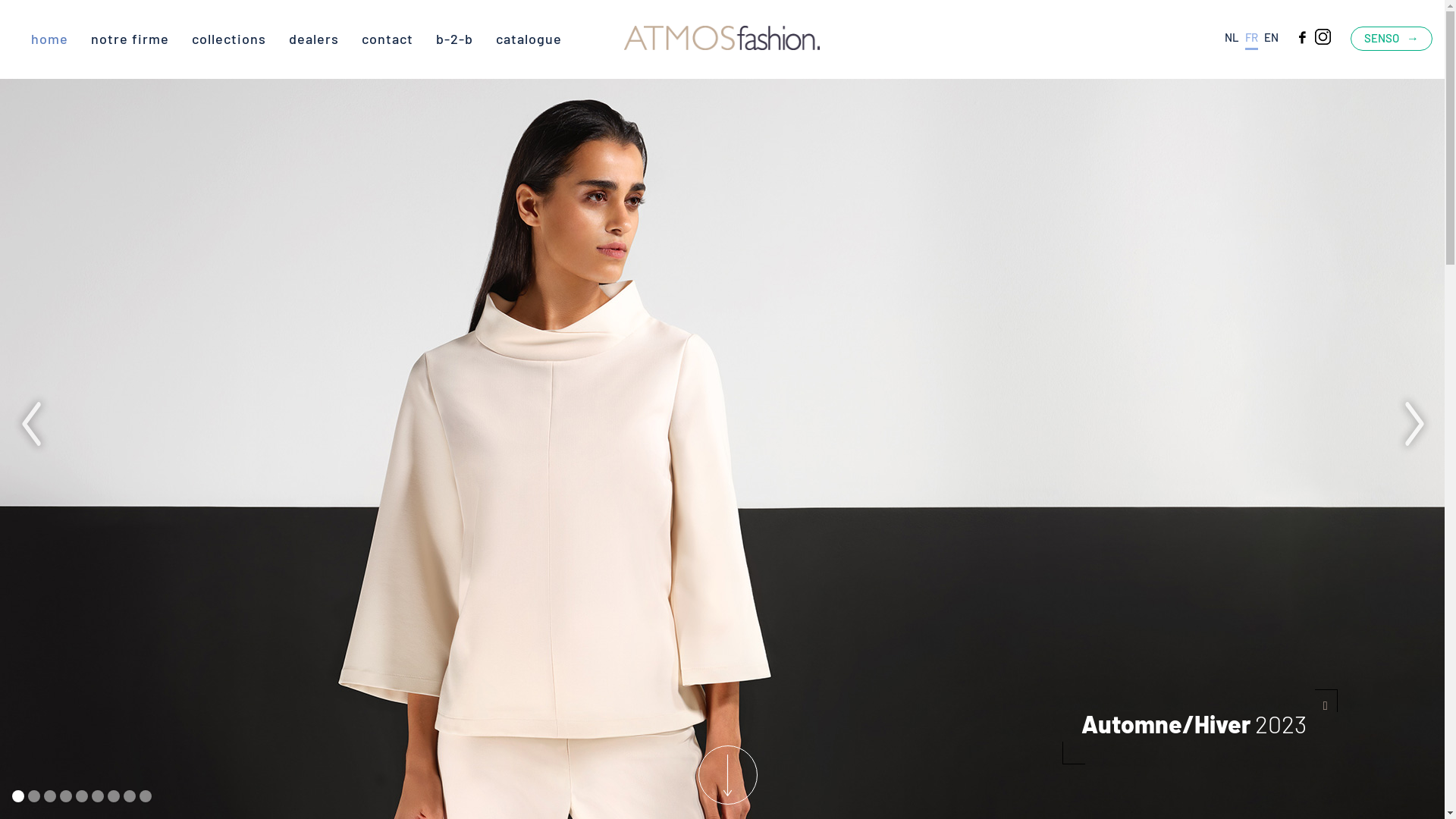 The height and width of the screenshot is (819, 1456). I want to click on 'b-2-b', so click(453, 37).